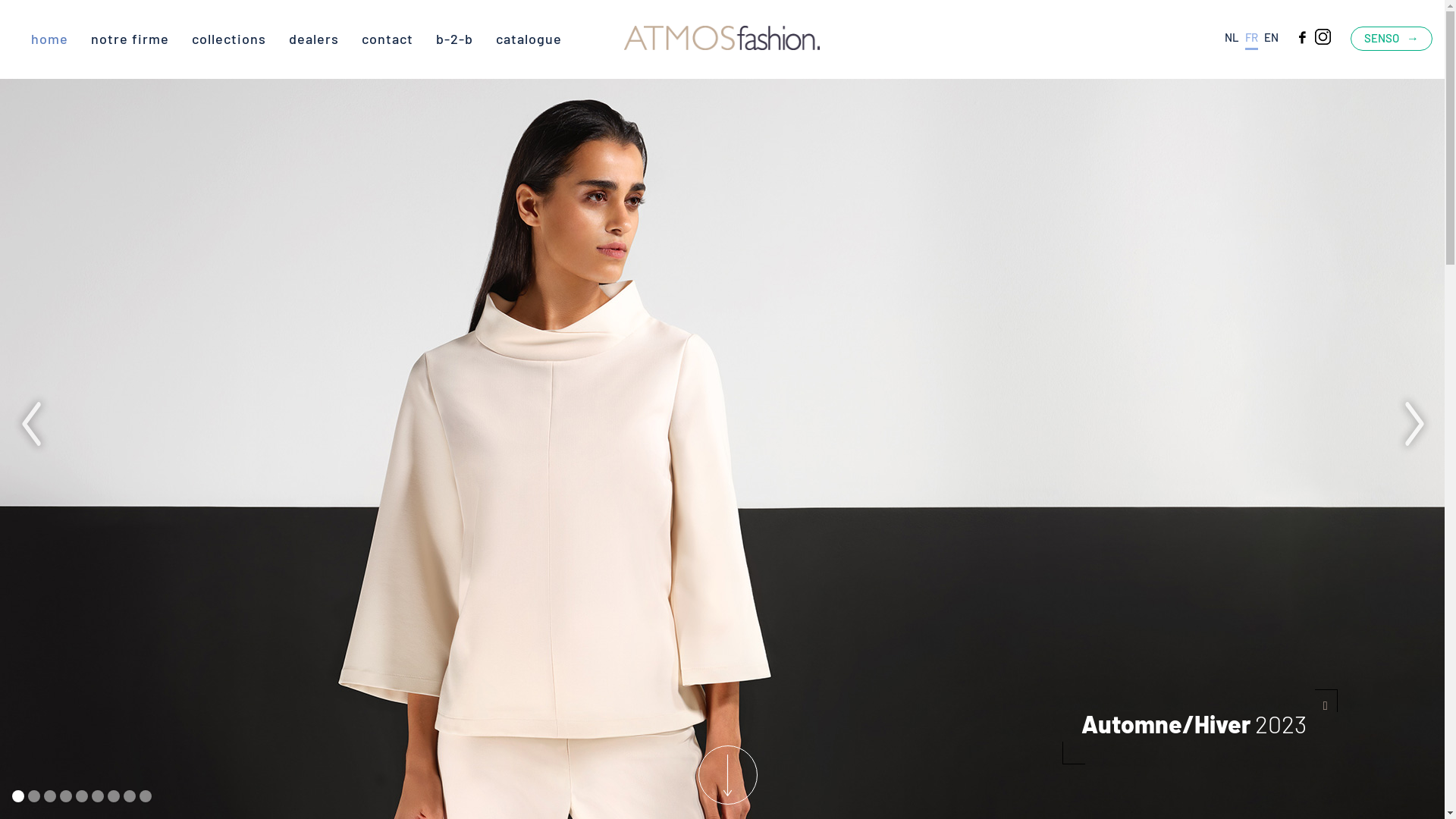 The height and width of the screenshot is (819, 1456). I want to click on 'b-2-b', so click(453, 37).